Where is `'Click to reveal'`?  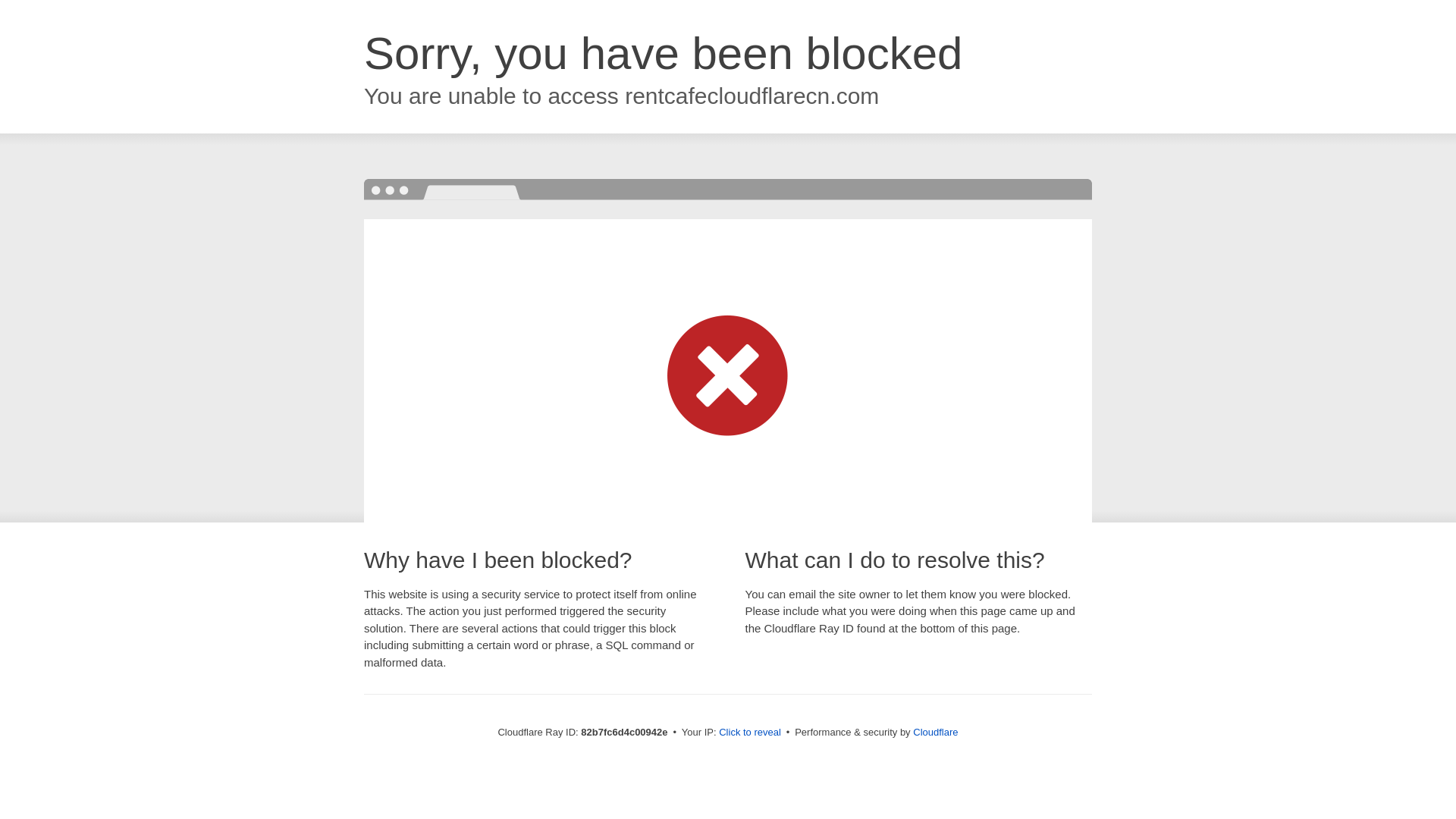 'Click to reveal' is located at coordinates (749, 731).